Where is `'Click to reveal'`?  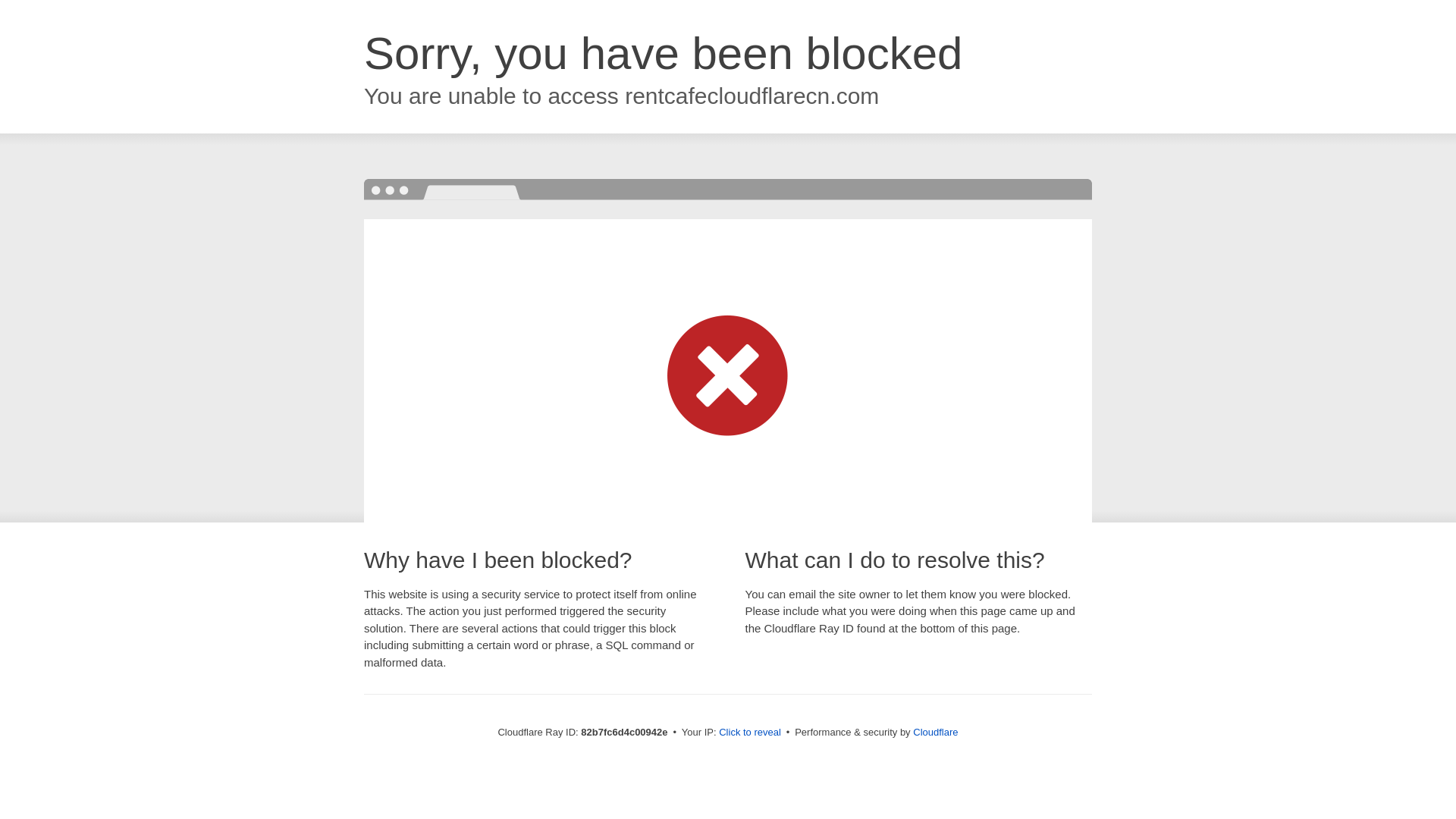 'Click to reveal' is located at coordinates (749, 731).